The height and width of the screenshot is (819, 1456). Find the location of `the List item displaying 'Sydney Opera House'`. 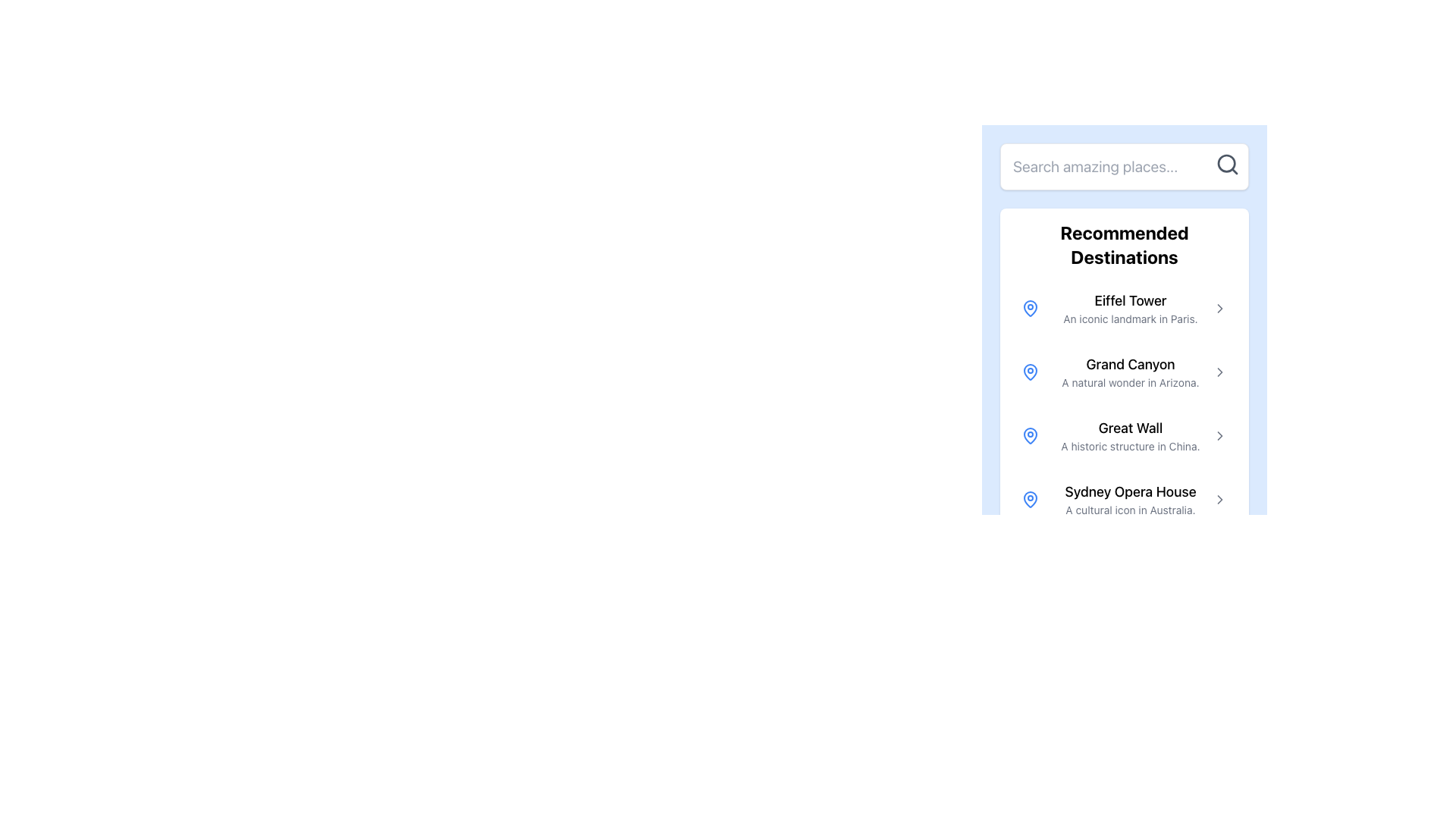

the List item displaying 'Sydney Opera House' is located at coordinates (1125, 500).